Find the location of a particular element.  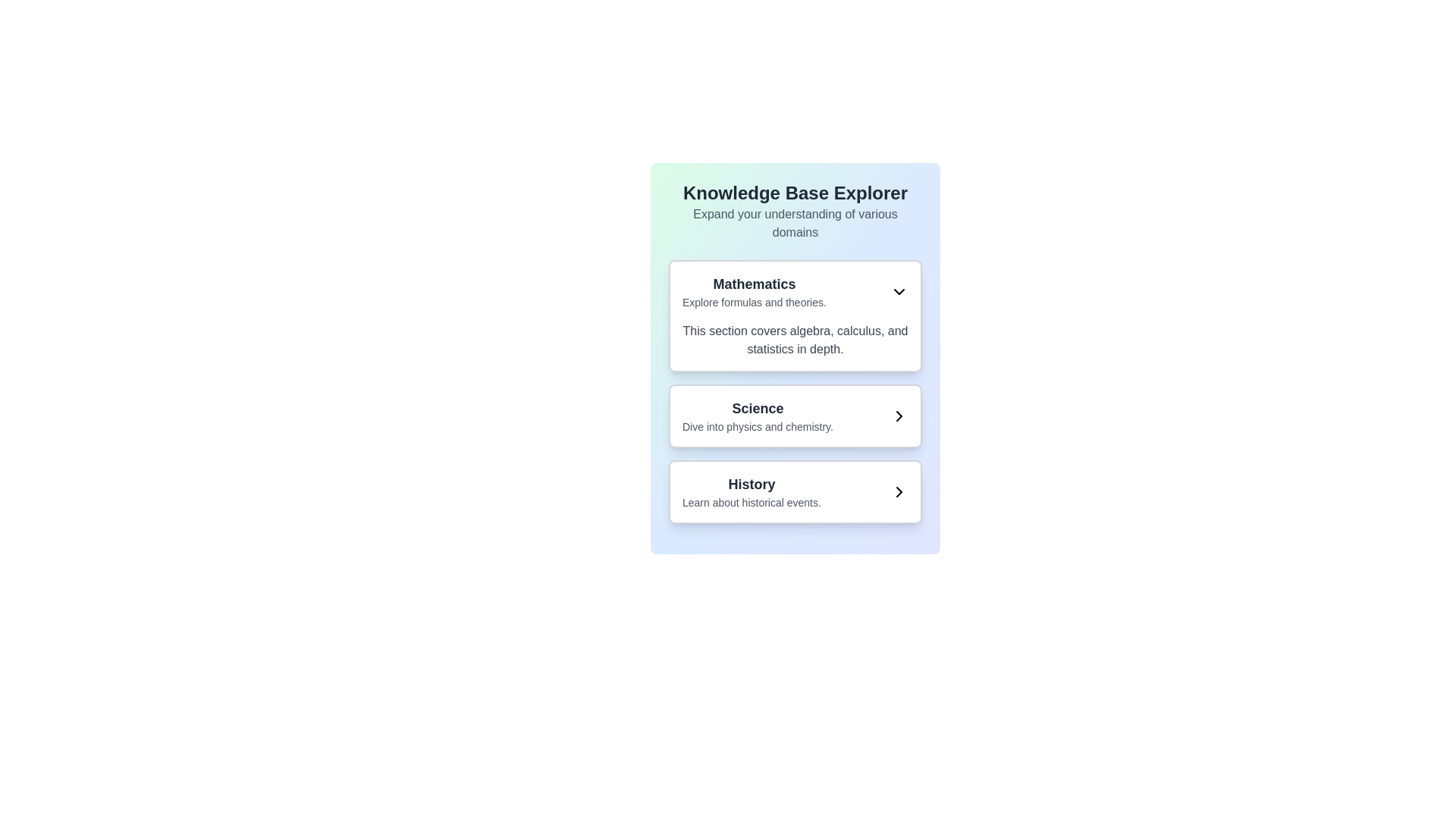

the 'Mathematics' expandable category header is located at coordinates (795, 292).